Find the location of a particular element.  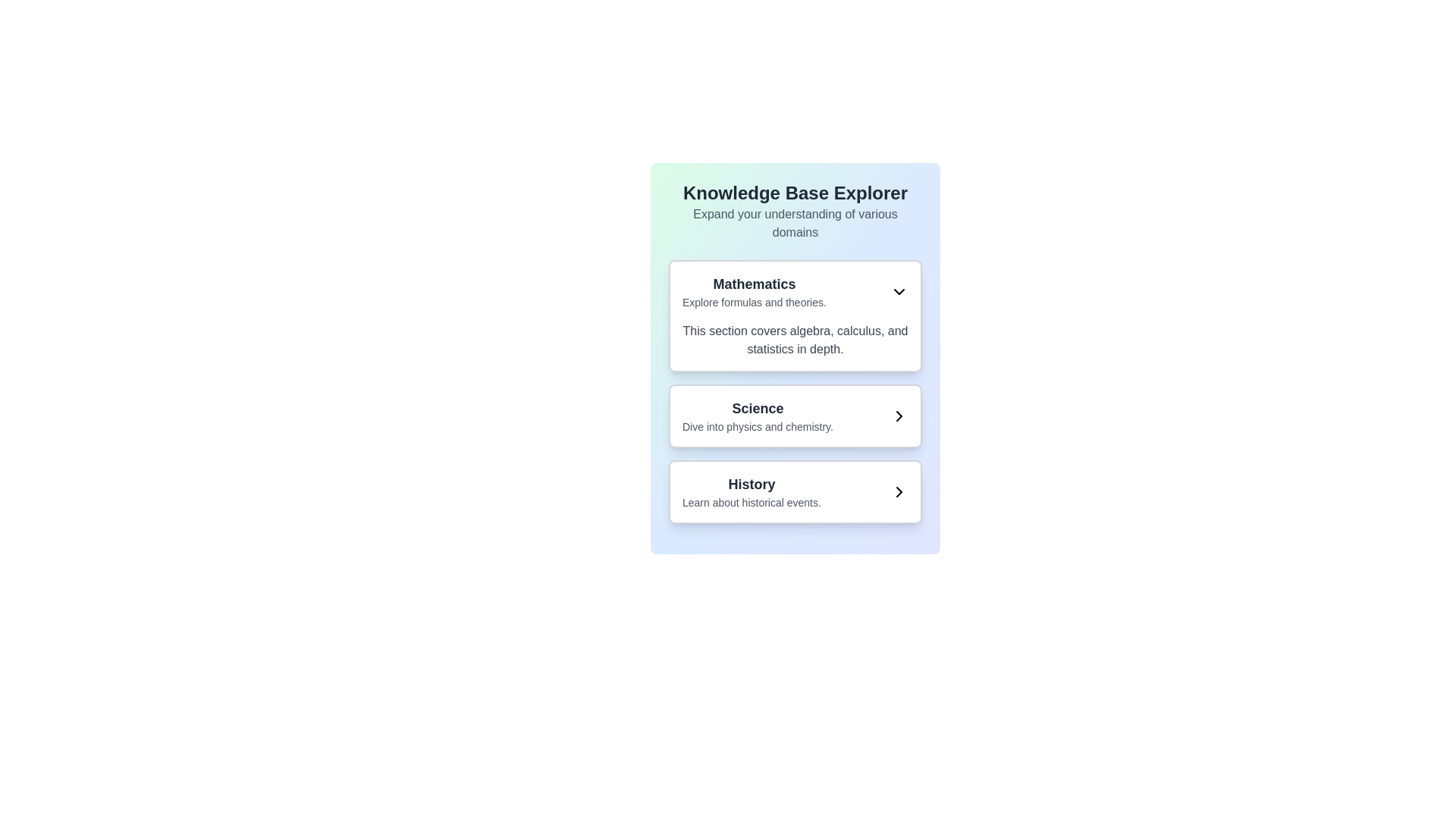

the 'Mathematics' expandable category header is located at coordinates (795, 292).